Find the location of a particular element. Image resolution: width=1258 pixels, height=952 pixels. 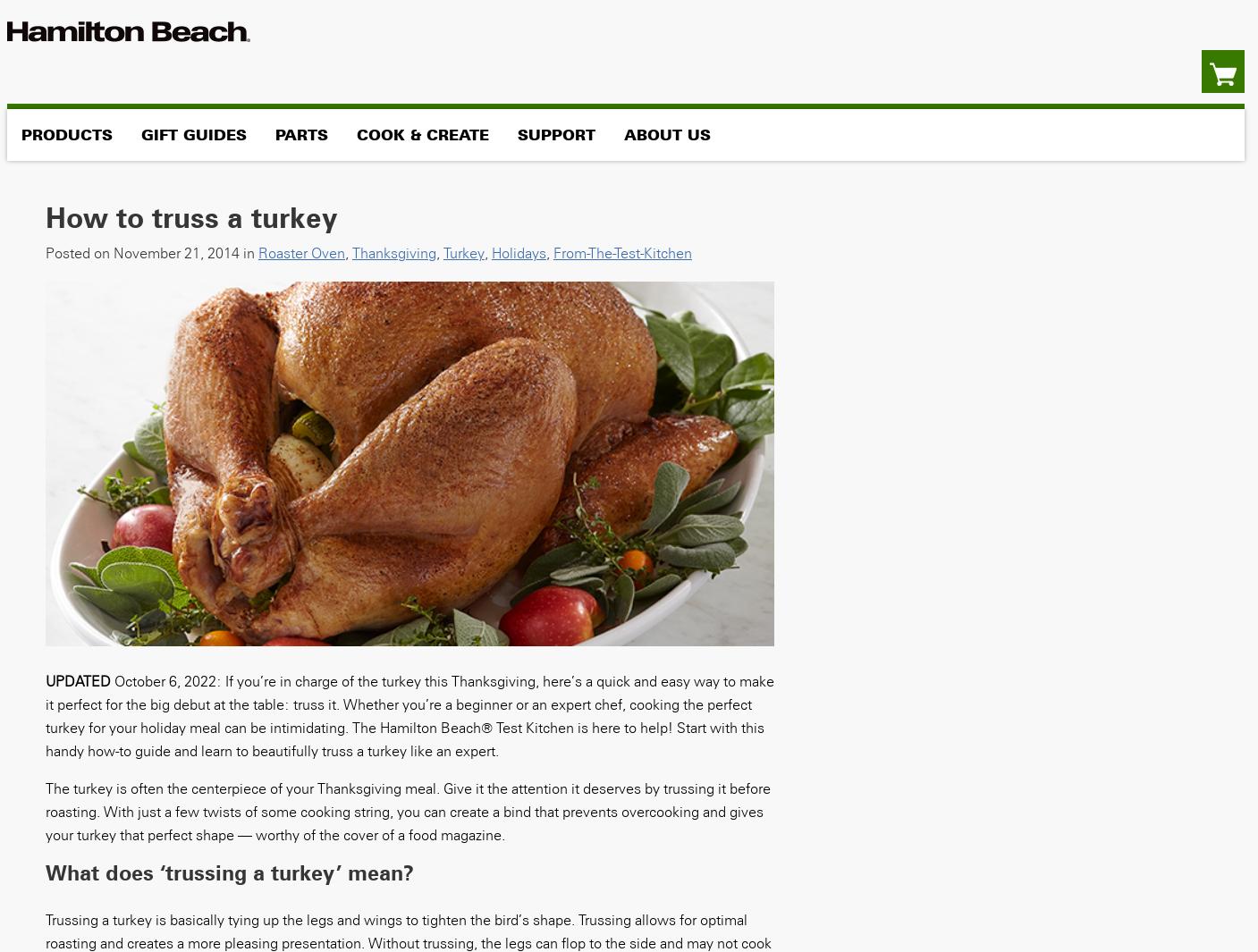

'What does ‘trussing a turkey’ mean?' is located at coordinates (43, 872).